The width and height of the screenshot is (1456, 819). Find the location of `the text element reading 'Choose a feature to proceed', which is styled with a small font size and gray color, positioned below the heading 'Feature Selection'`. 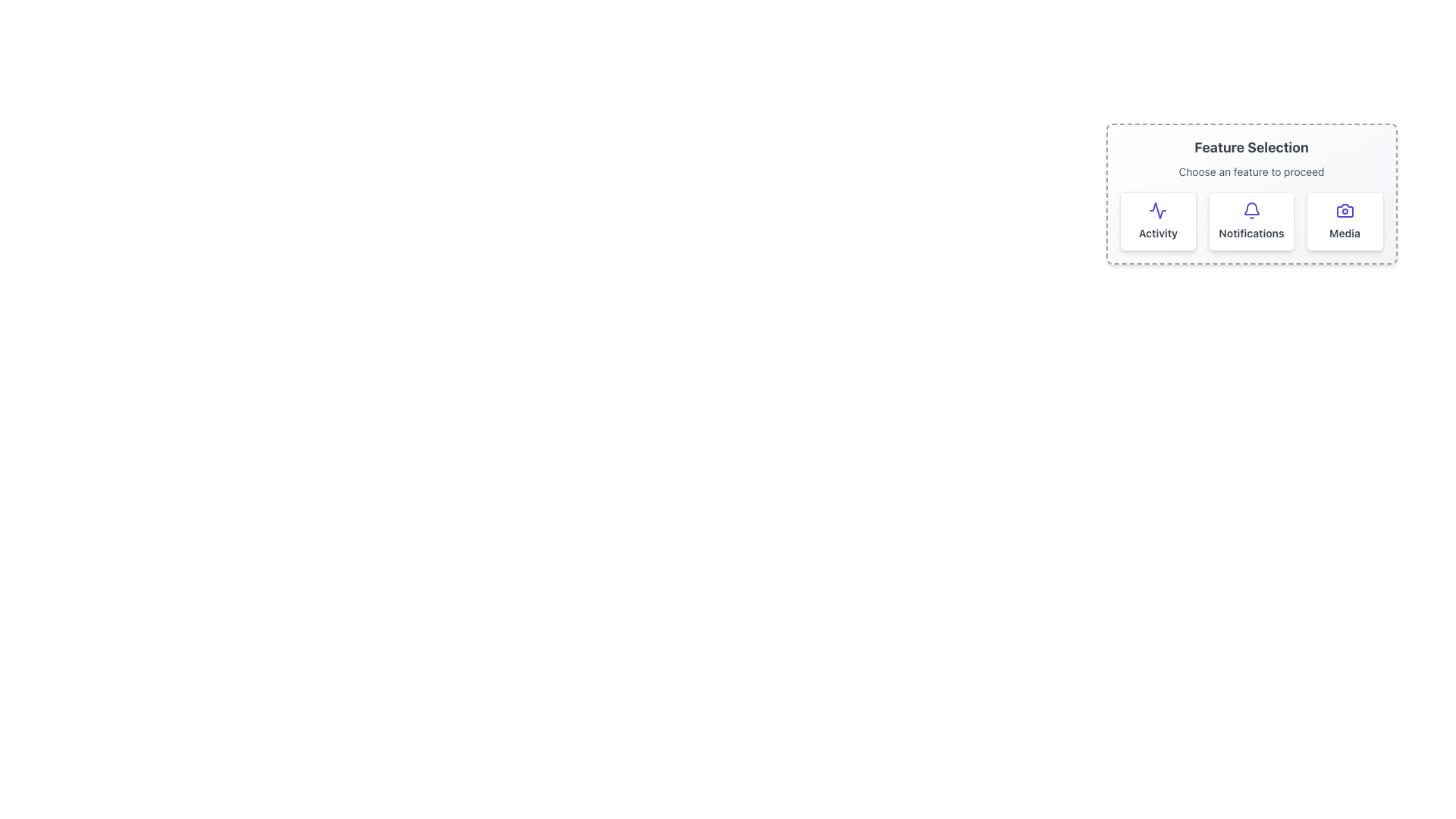

the text element reading 'Choose a feature to proceed', which is styled with a small font size and gray color, positioned below the heading 'Feature Selection' is located at coordinates (1251, 171).